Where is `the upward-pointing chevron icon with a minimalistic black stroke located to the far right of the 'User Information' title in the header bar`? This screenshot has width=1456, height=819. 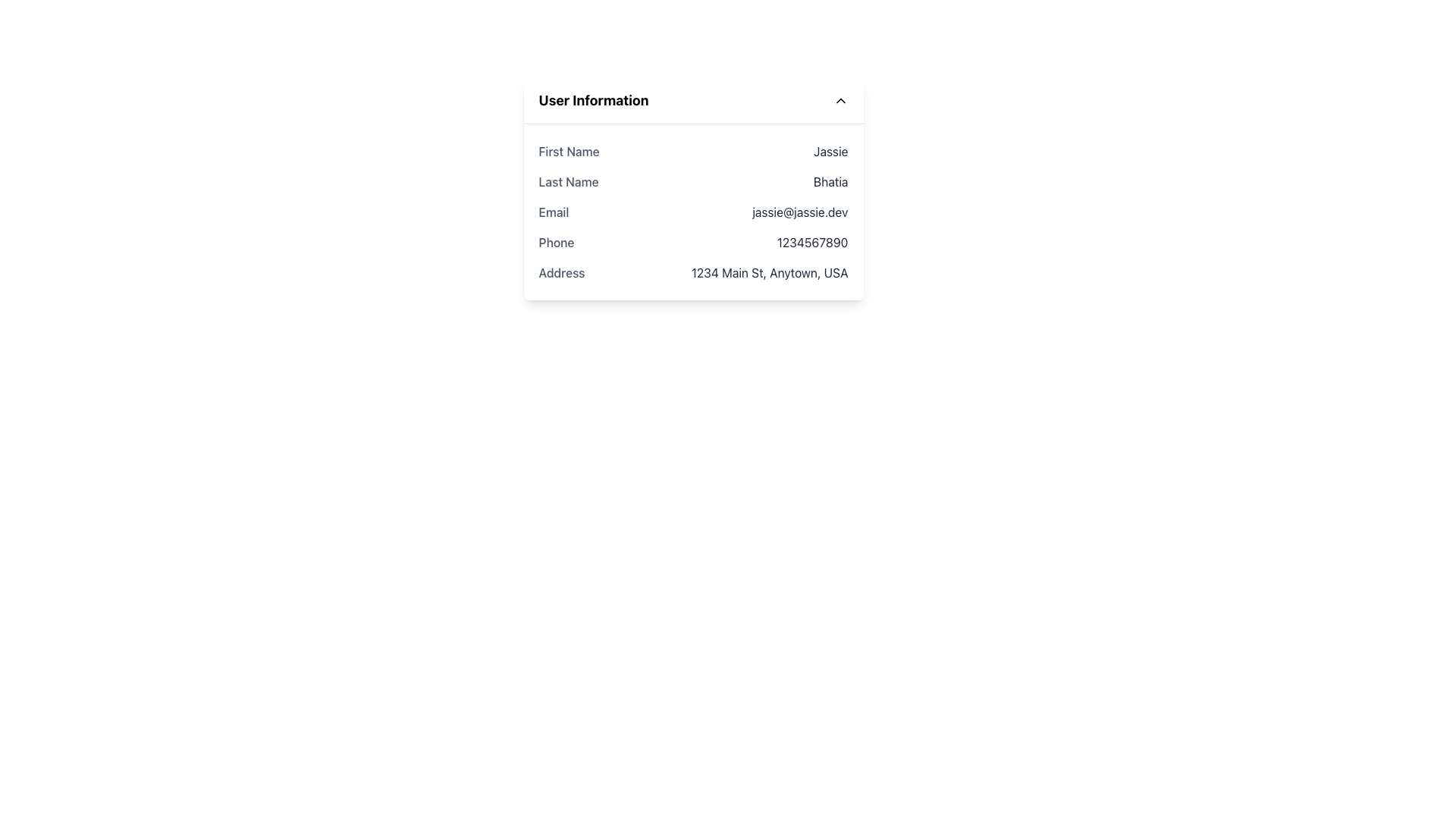
the upward-pointing chevron icon with a minimalistic black stroke located to the far right of the 'User Information' title in the header bar is located at coordinates (839, 100).